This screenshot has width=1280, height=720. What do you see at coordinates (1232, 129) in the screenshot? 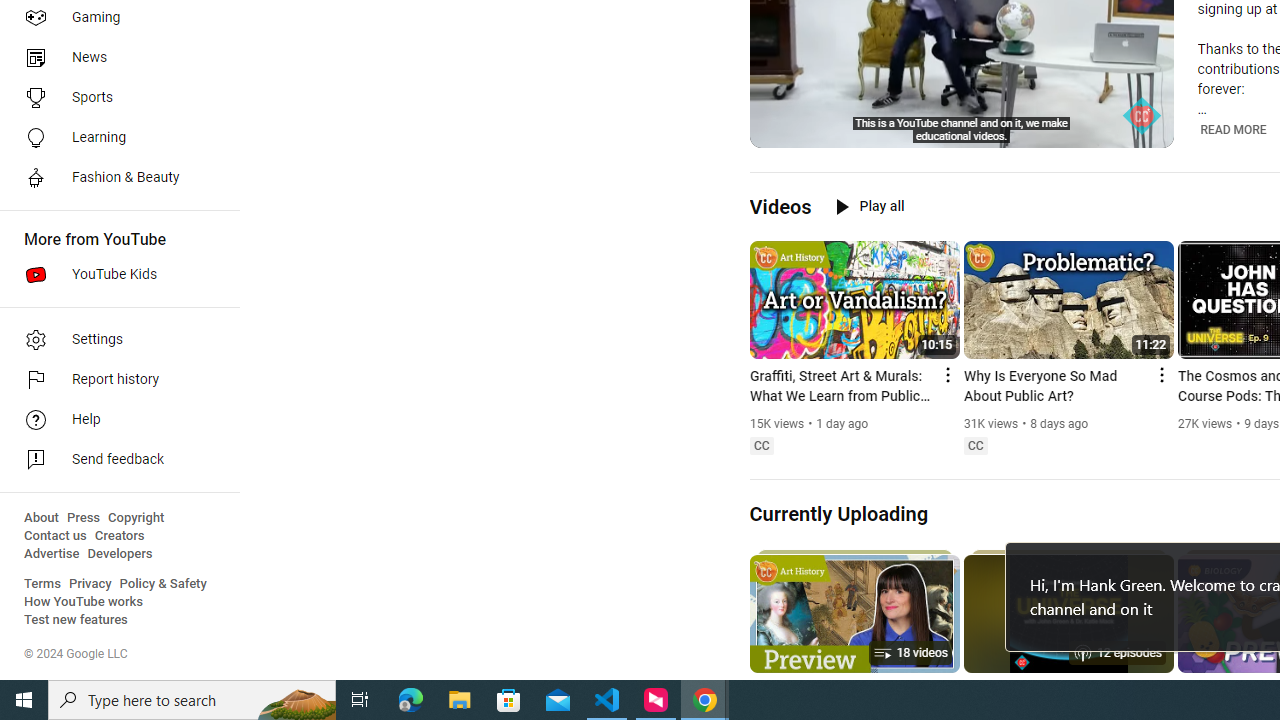
I see `'READ MORE'` at bounding box center [1232, 129].